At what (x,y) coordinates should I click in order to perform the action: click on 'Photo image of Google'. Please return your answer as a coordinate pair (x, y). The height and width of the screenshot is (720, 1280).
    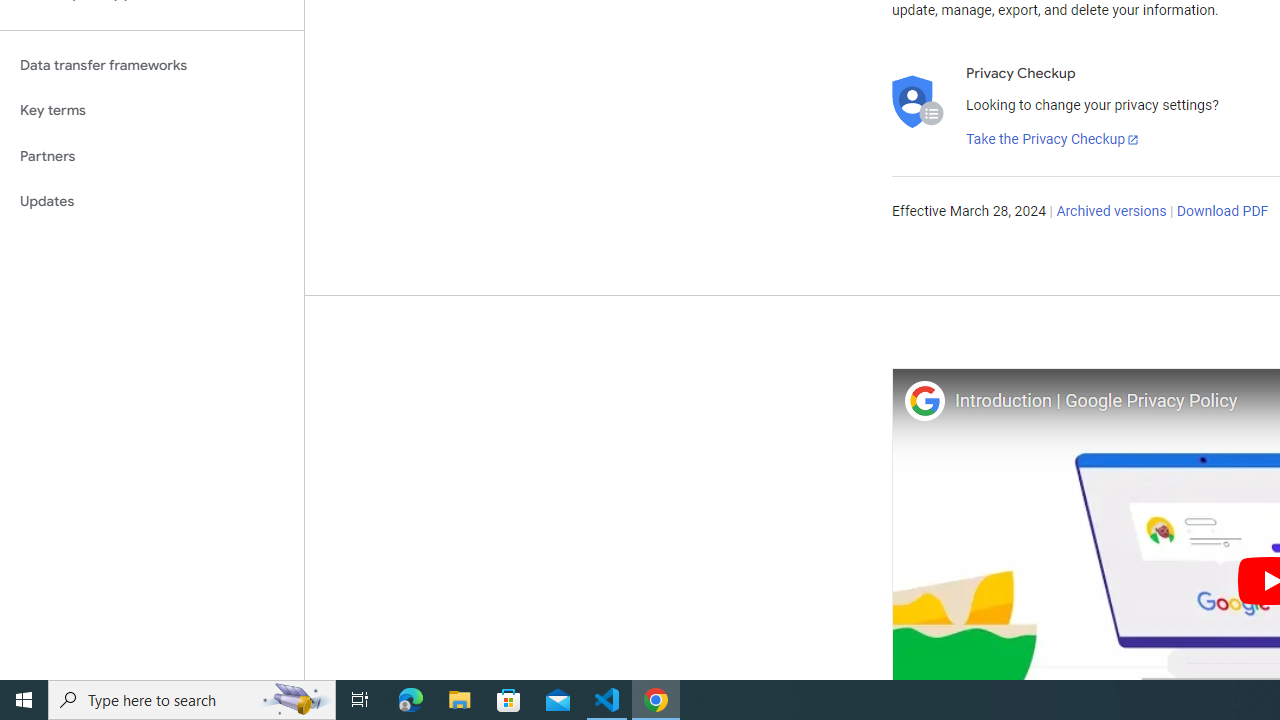
    Looking at the image, I should click on (923, 400).